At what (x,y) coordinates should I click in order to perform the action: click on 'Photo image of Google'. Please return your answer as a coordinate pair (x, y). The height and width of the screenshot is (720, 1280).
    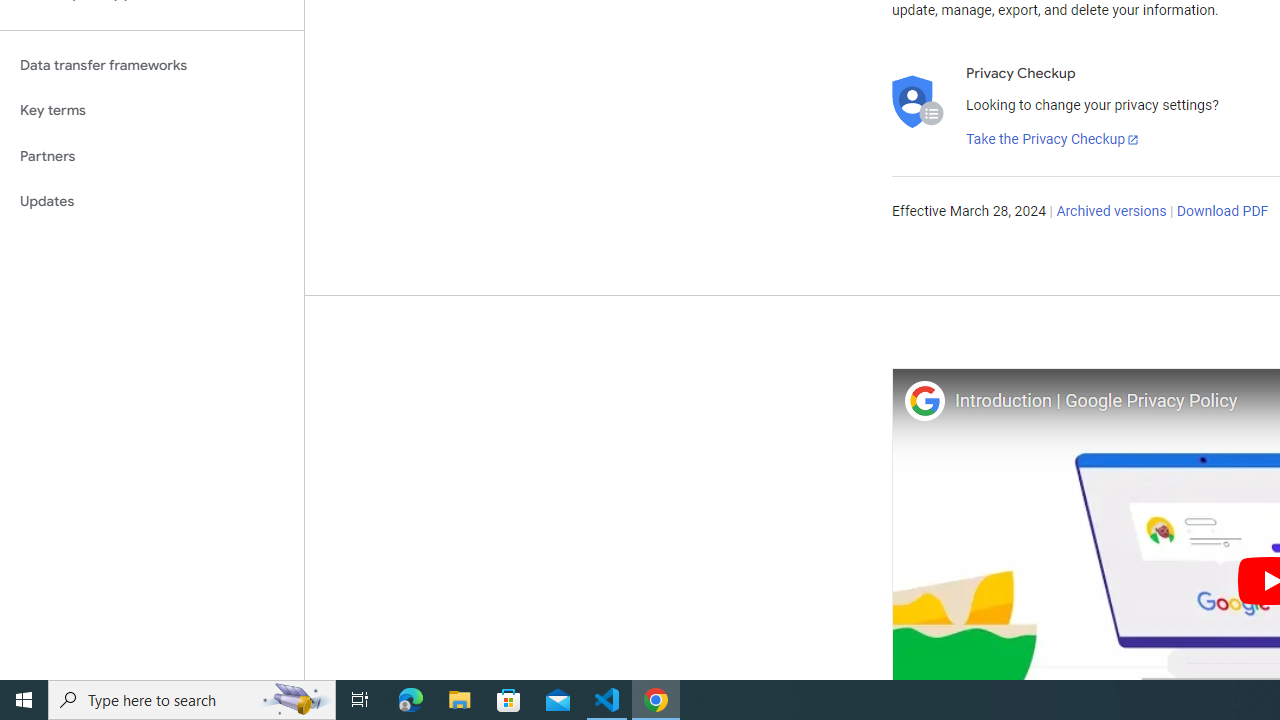
    Looking at the image, I should click on (923, 400).